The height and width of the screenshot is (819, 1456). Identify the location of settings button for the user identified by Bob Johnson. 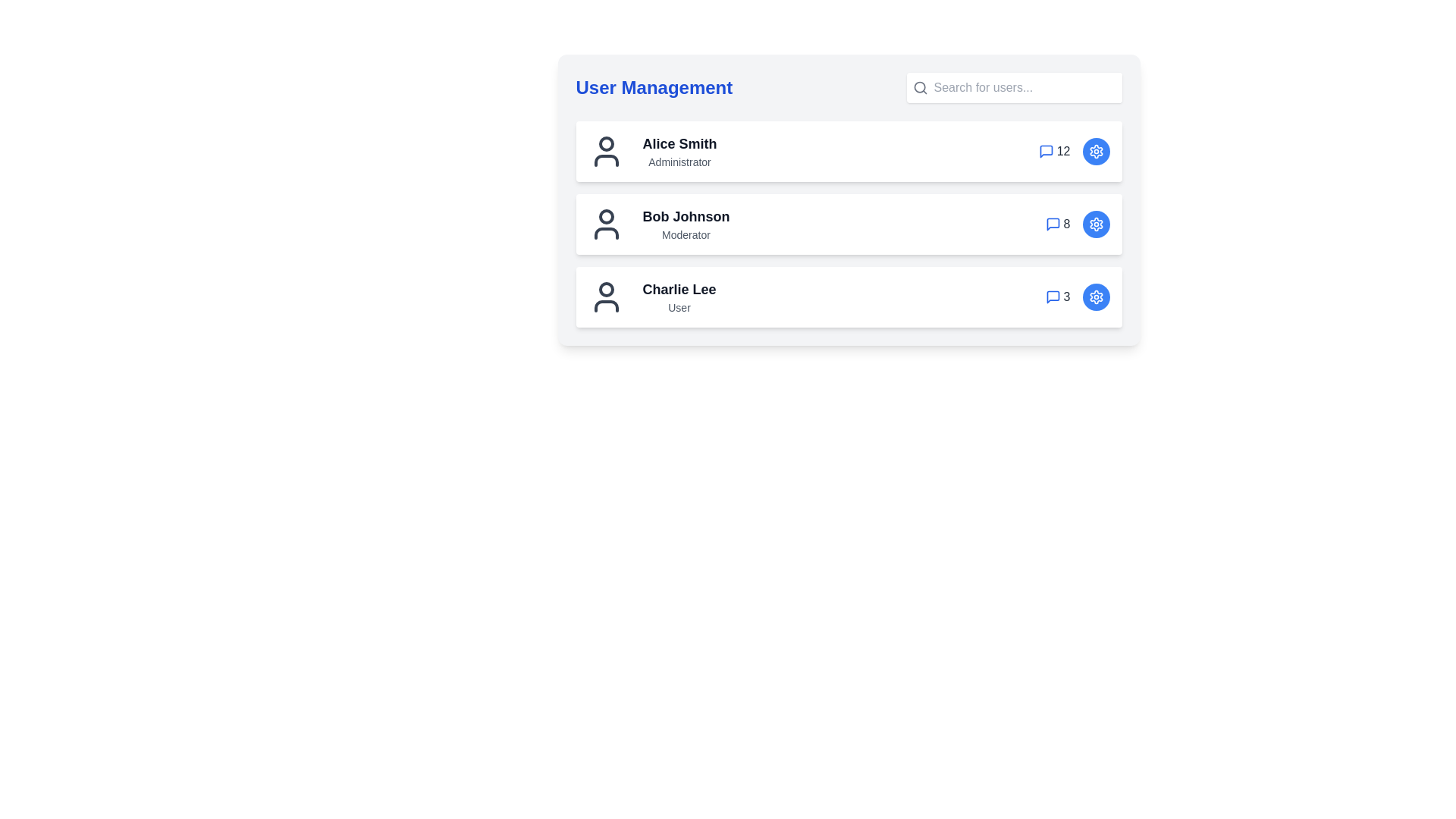
(1096, 224).